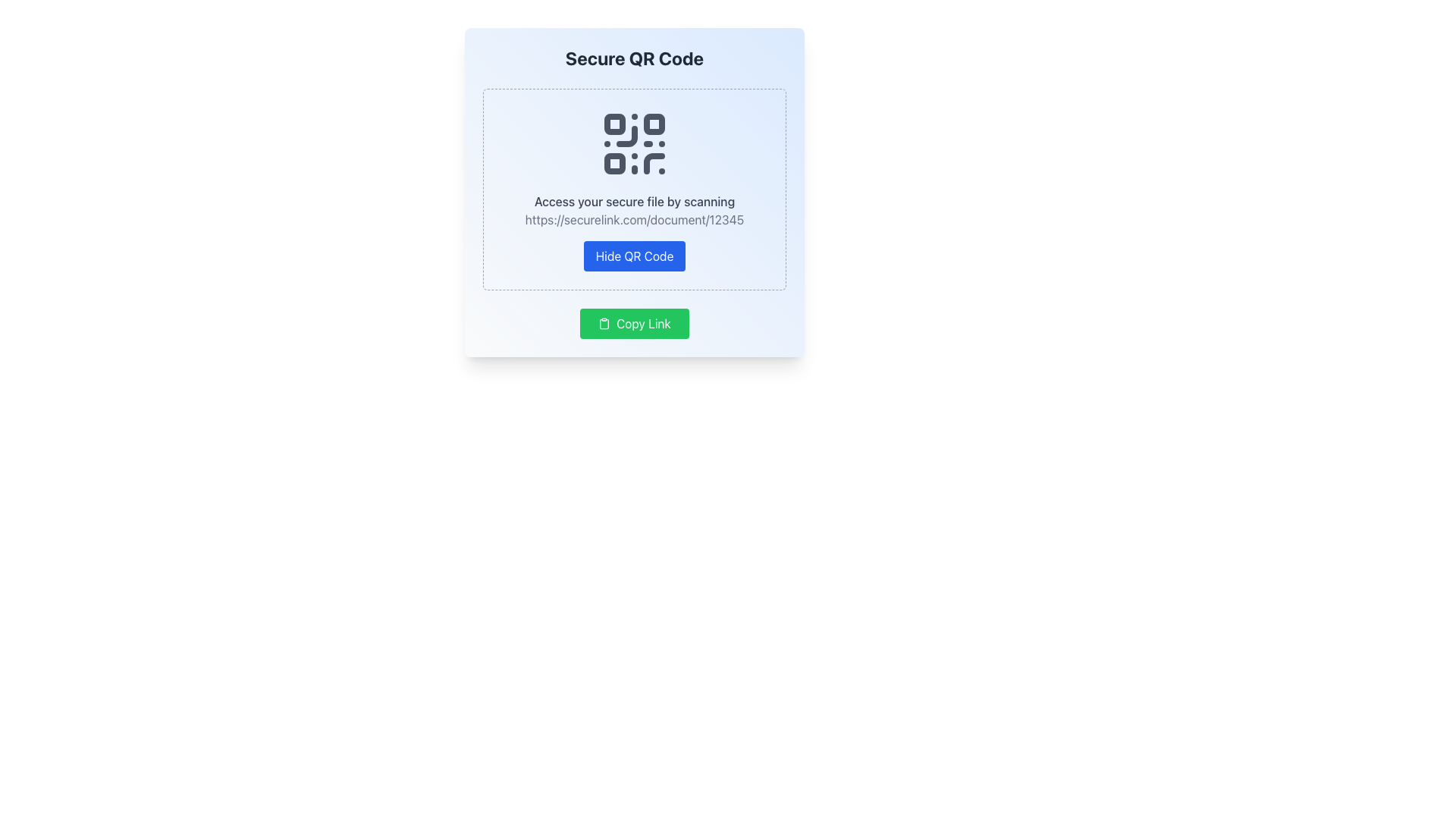  Describe the element at coordinates (634, 256) in the screenshot. I see `the 'Hide QR Code' button to observe style changes` at that location.